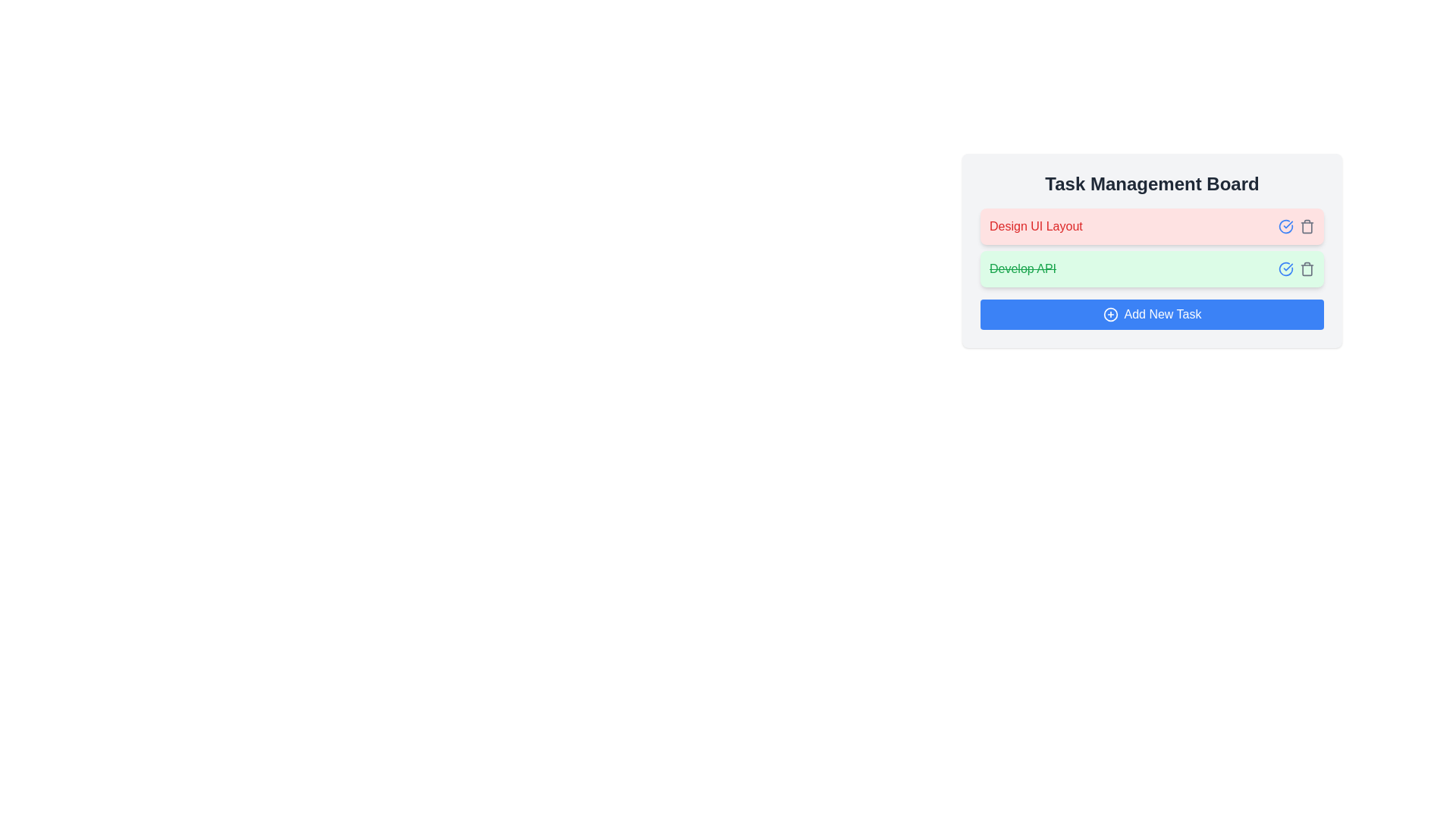 The width and height of the screenshot is (1456, 819). Describe the element at coordinates (1306, 268) in the screenshot. I see `the trash bin icon styled in gray, which is the third interactive icon in the group of controls for the 'Develop API' task line` at that location.